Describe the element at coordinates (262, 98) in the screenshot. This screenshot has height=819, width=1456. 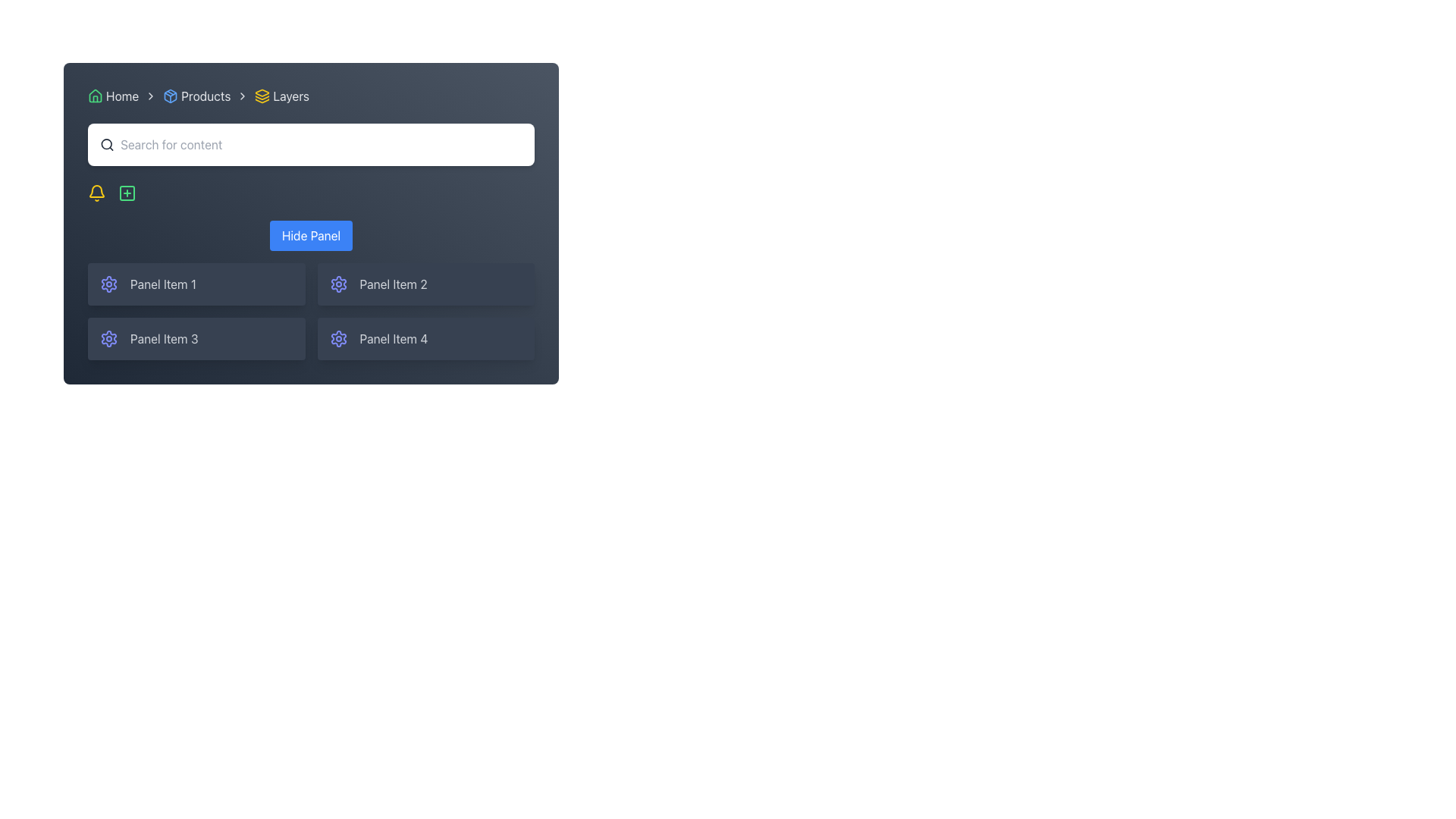
I see `the middle segment of the three-layered stack icon in the navigation header next to the label 'Layers'` at that location.